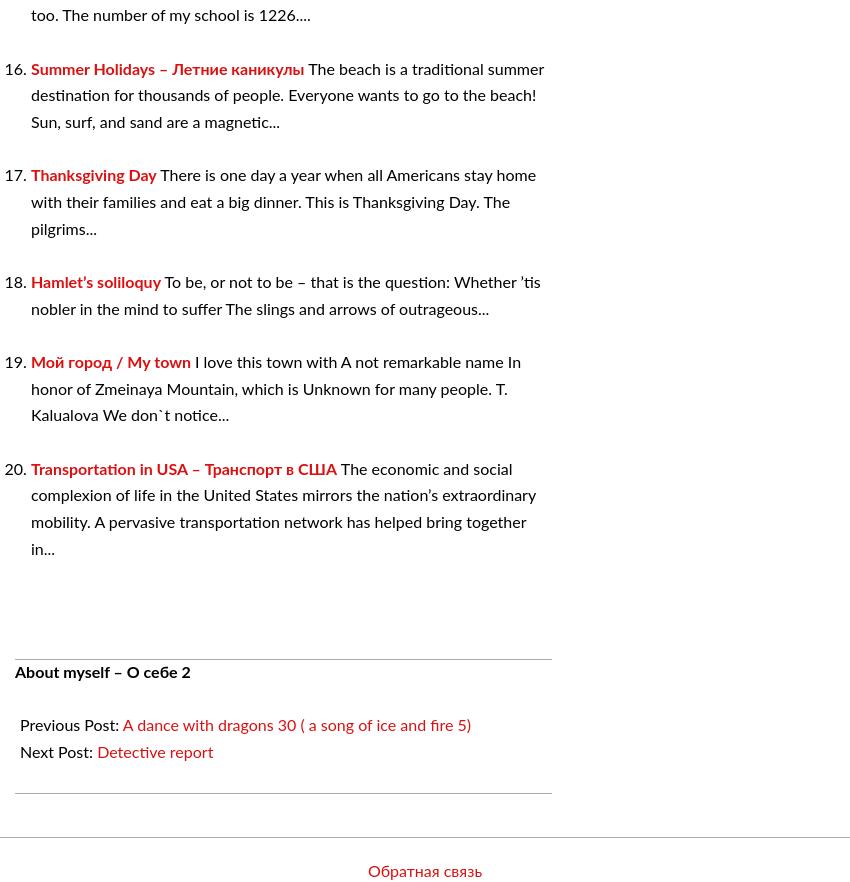  I want to click on 'A dance with dragons 30 ( a song of ice and fire 5)', so click(120, 724).